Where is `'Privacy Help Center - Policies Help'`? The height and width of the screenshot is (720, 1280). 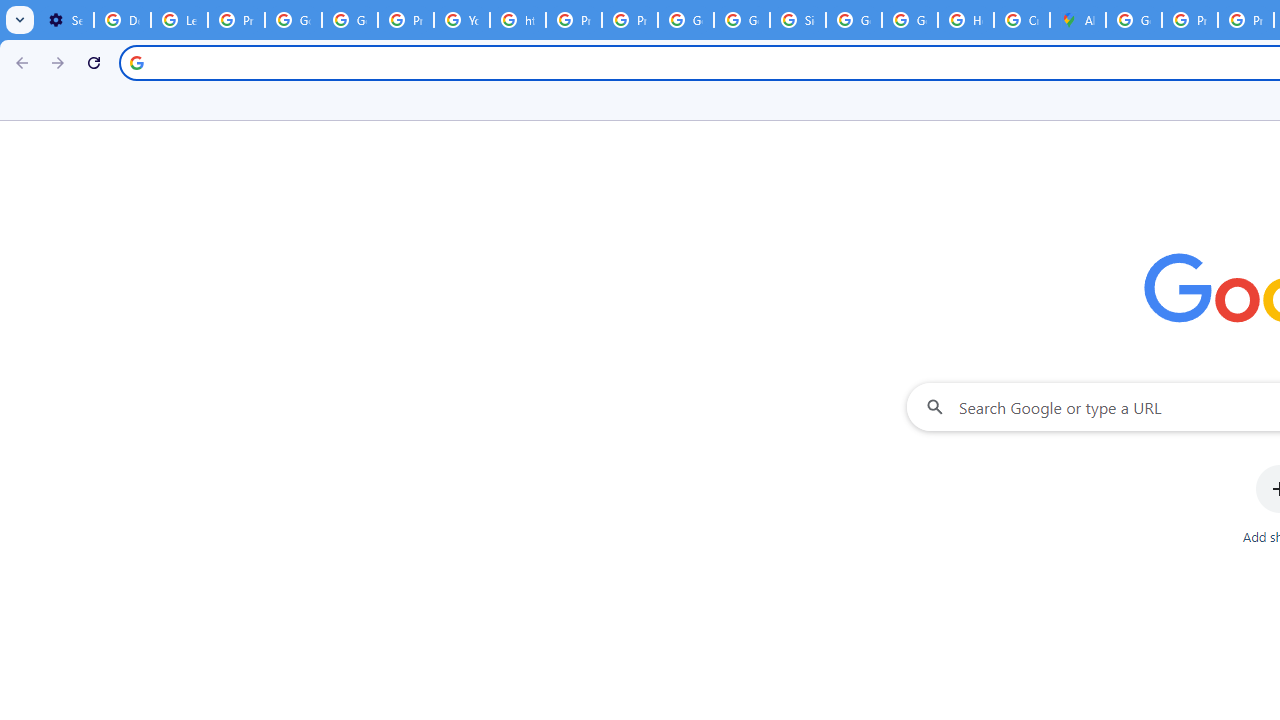 'Privacy Help Center - Policies Help' is located at coordinates (573, 20).